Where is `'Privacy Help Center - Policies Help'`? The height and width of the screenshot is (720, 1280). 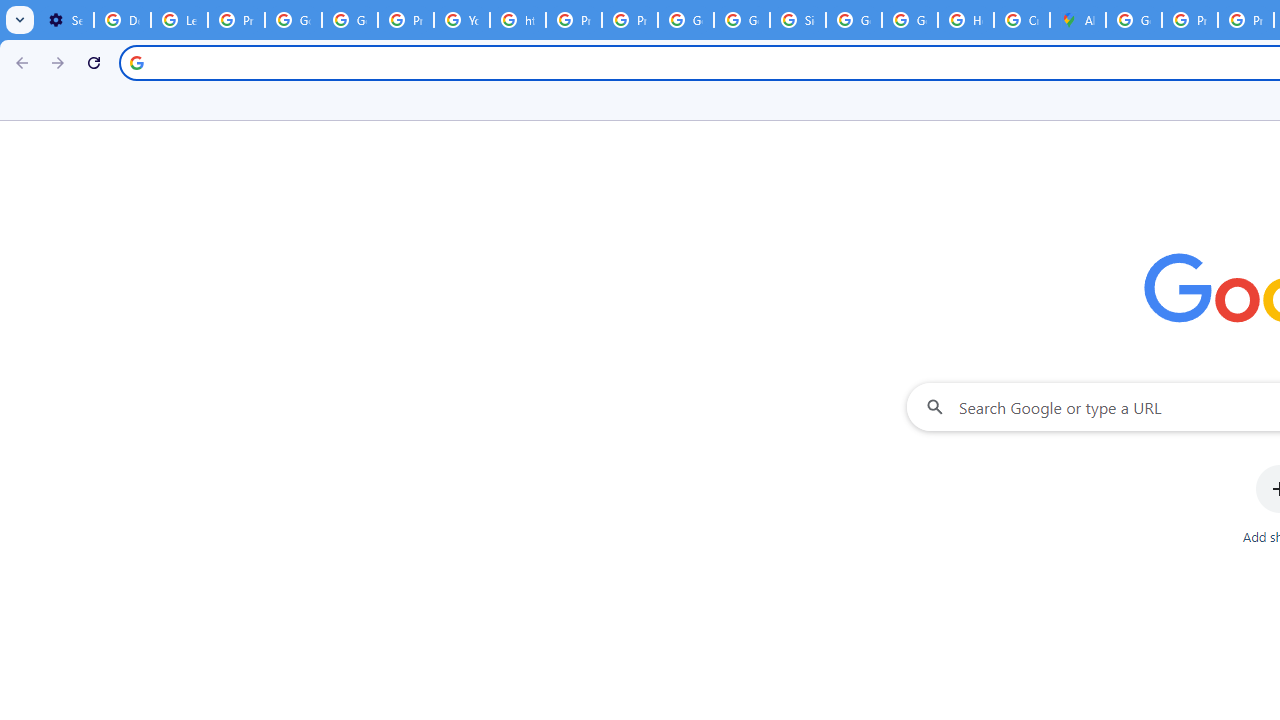 'Privacy Help Center - Policies Help' is located at coordinates (573, 20).